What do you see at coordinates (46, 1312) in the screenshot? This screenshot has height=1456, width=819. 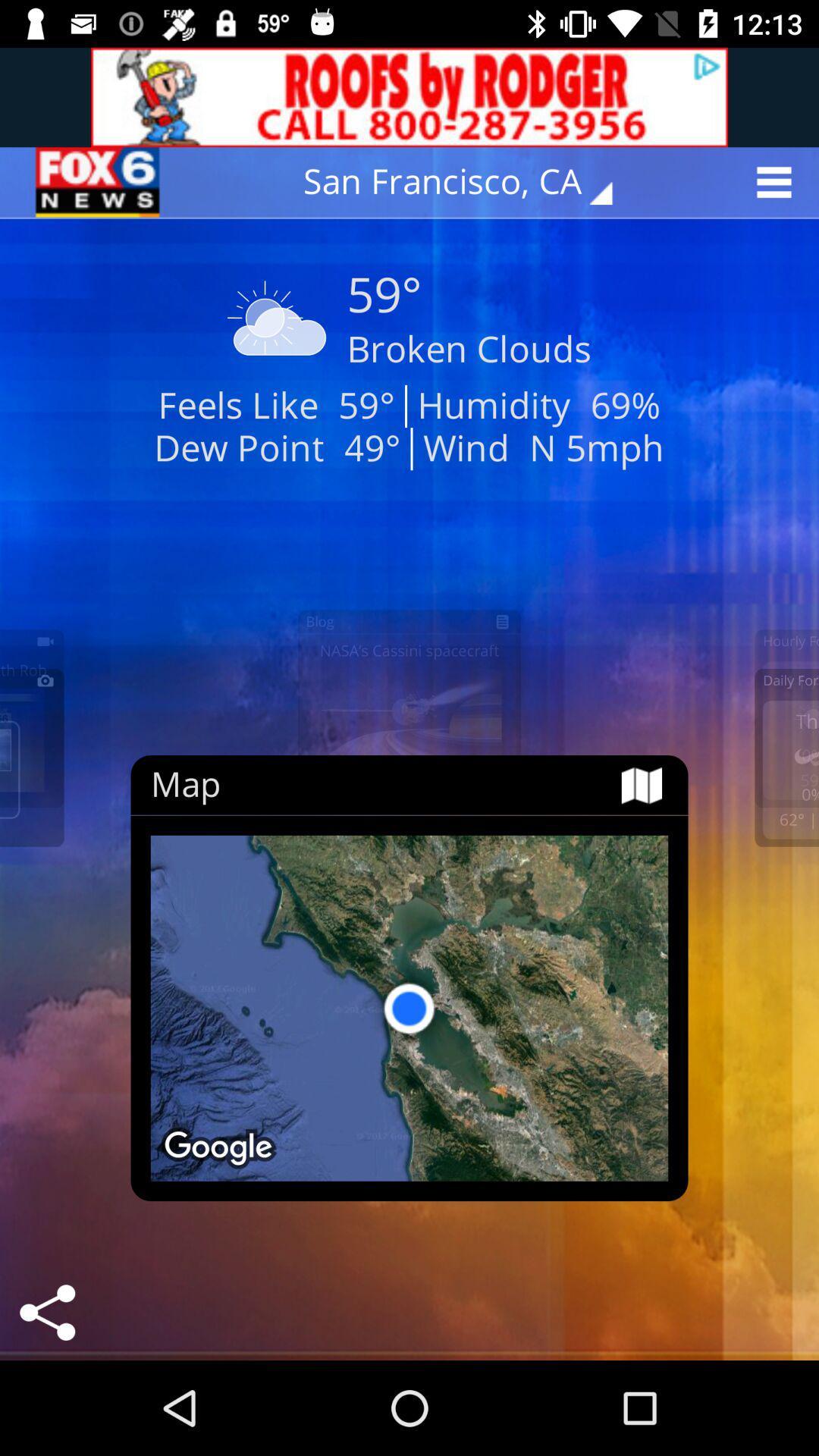 I see `the share icon` at bounding box center [46, 1312].